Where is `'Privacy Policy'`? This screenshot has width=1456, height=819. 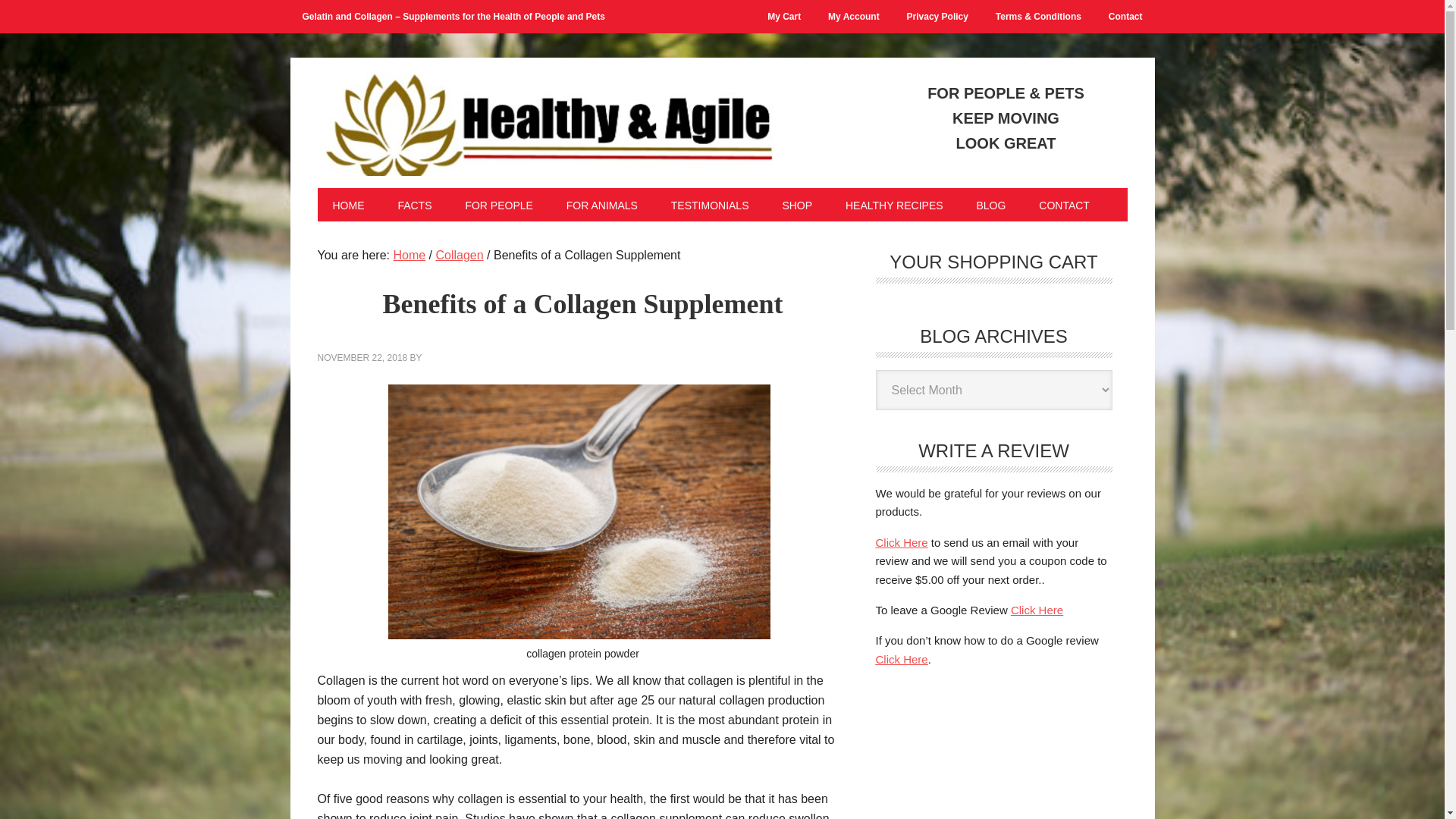 'Privacy Policy' is located at coordinates (937, 17).